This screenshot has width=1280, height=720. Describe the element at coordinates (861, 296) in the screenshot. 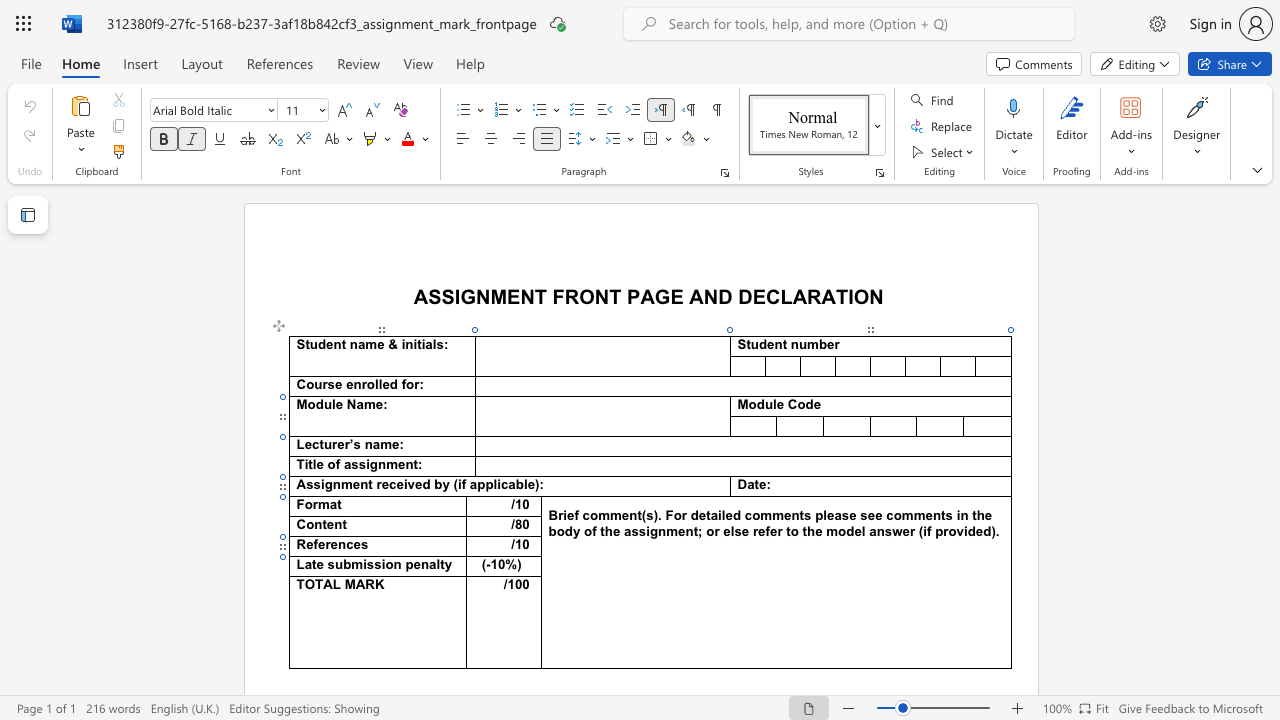

I see `the 1th character "O" in the text` at that location.